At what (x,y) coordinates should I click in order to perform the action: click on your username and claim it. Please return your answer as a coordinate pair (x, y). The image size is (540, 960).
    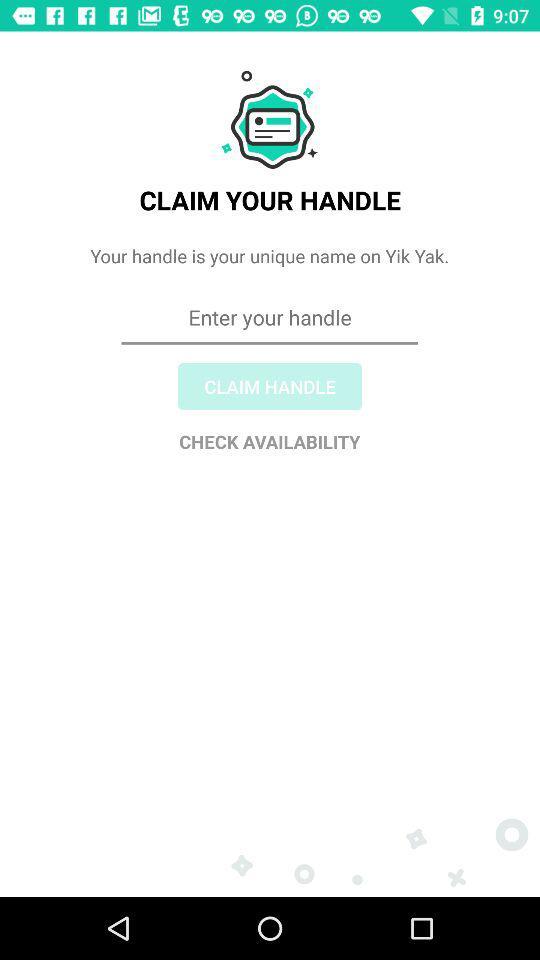
    Looking at the image, I should click on (270, 389).